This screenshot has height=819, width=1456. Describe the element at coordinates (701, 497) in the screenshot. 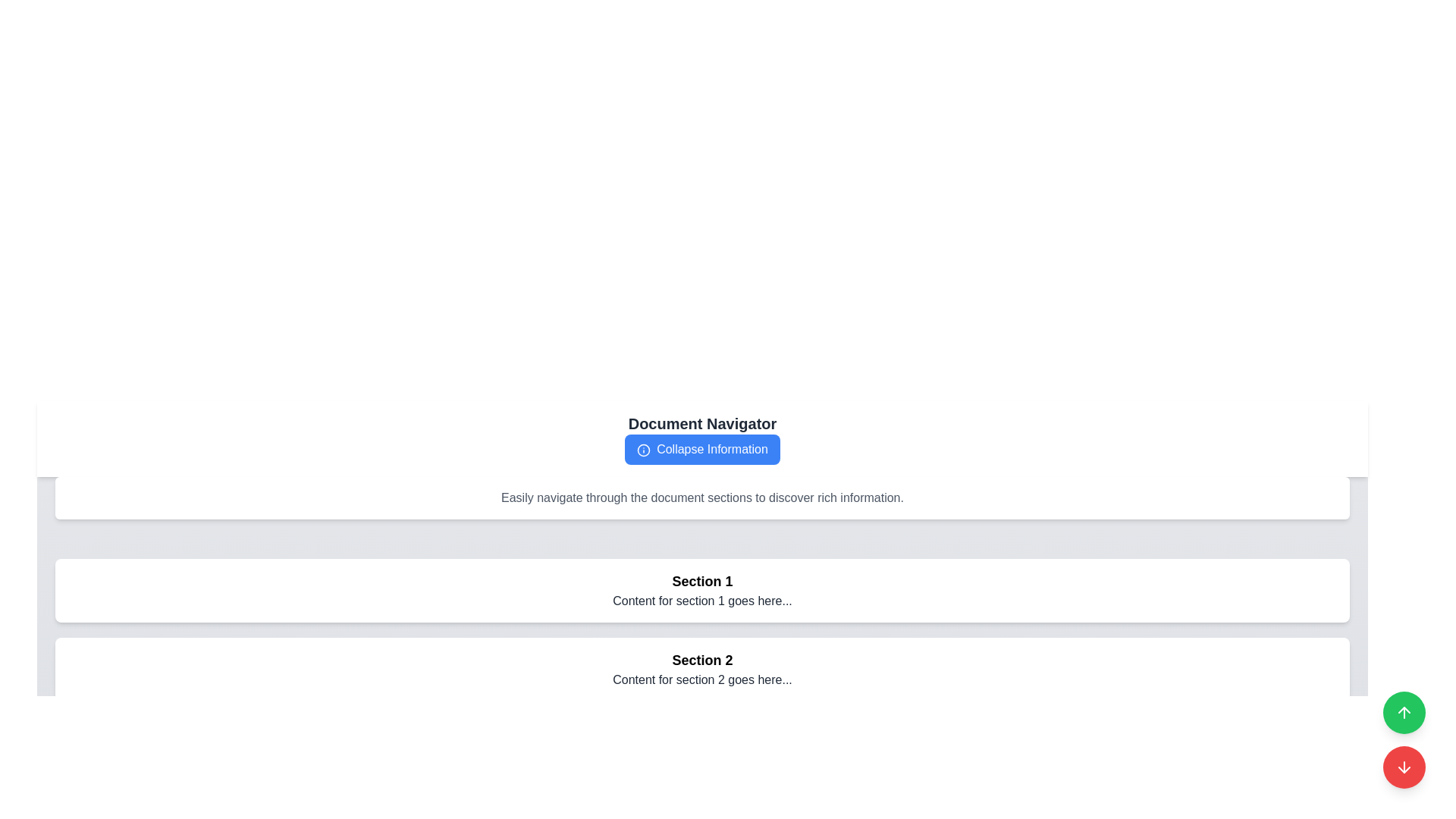

I see `the text display element that shows the message 'Easily navigate through the document sections to discover rich information.' which is located underneath the 'Document Navigator' heading` at that location.